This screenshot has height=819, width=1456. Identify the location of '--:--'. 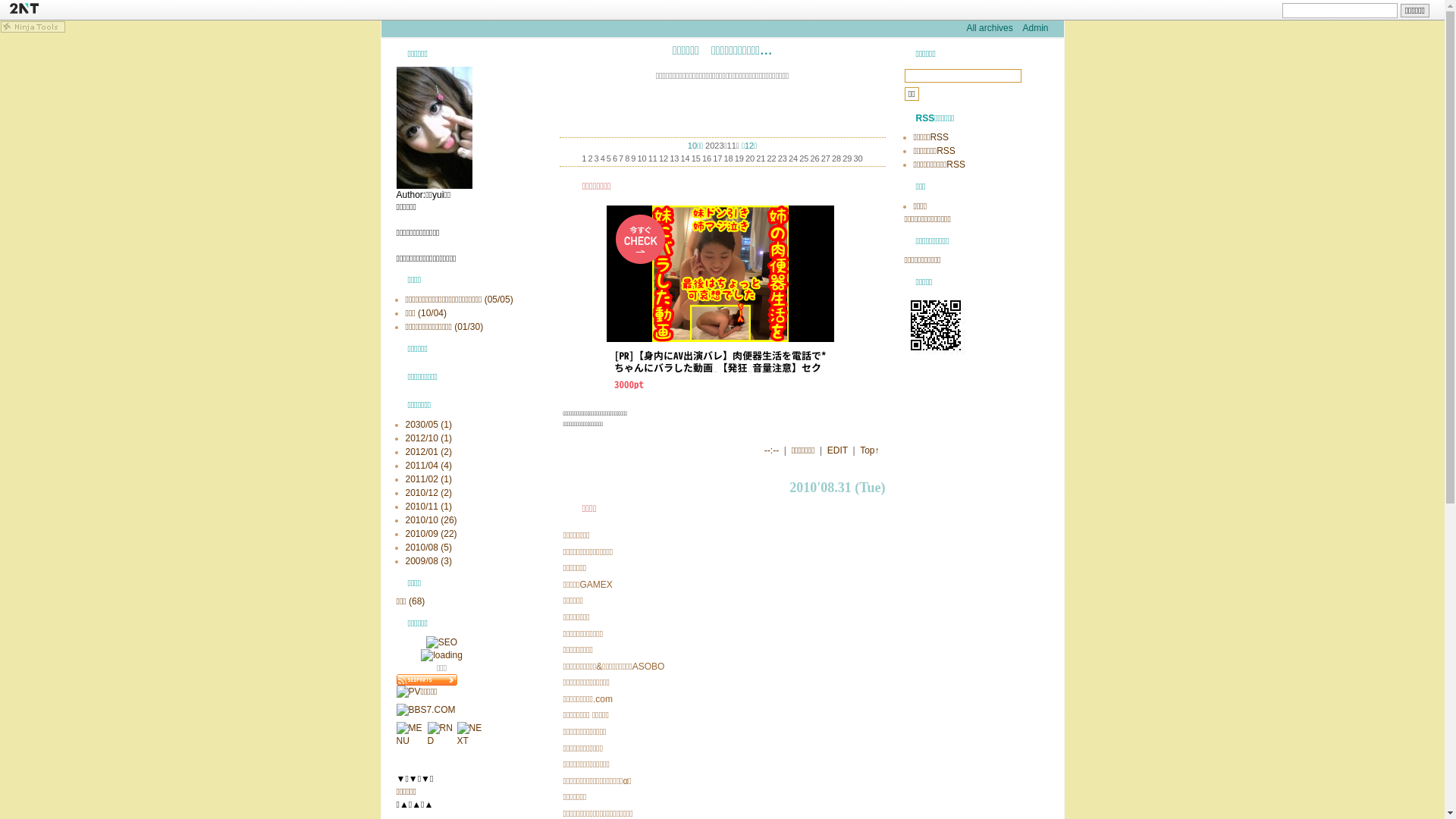
(771, 450).